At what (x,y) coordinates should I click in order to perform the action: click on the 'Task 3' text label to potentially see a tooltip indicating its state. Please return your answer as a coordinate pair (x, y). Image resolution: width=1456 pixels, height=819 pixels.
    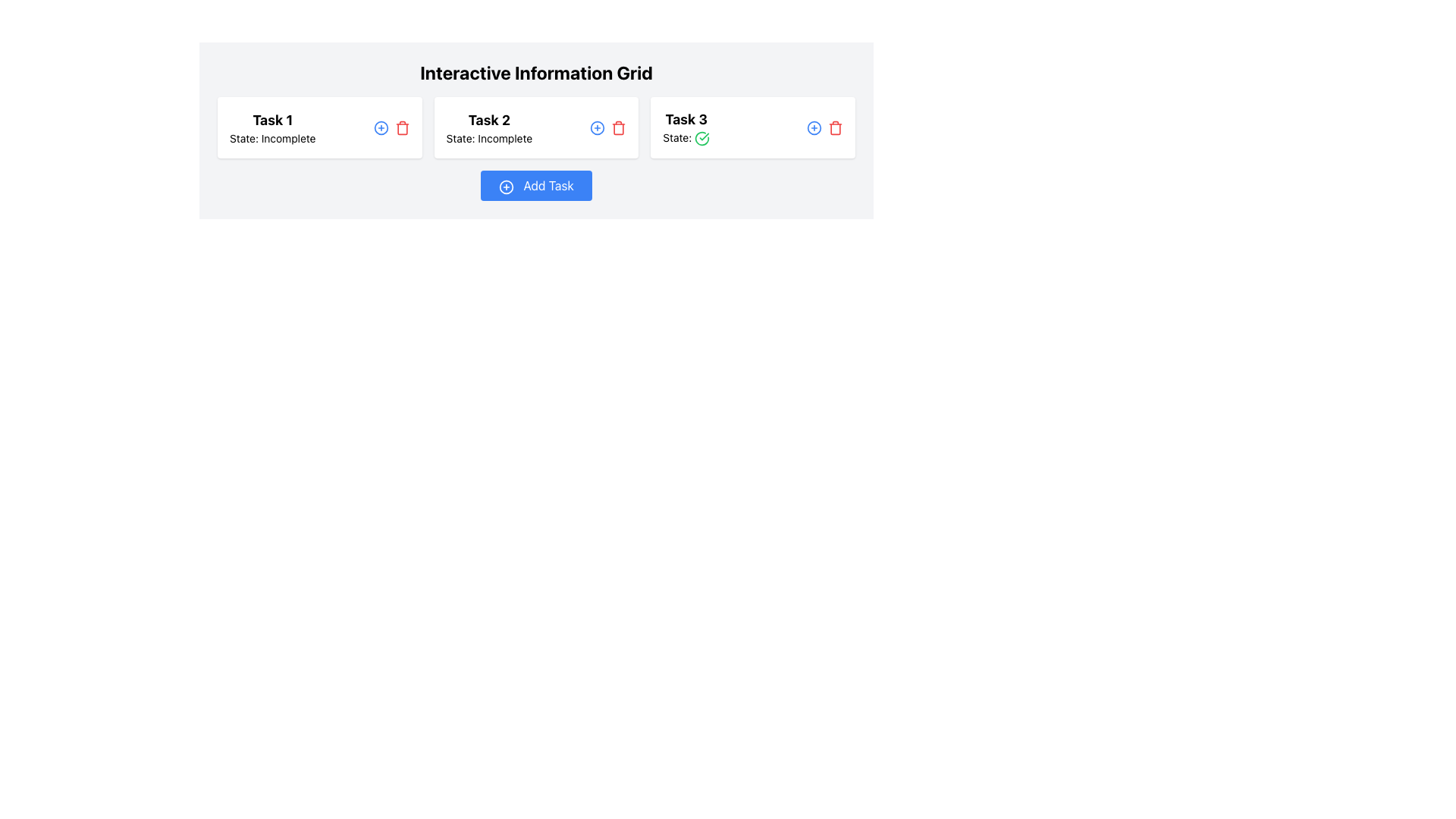
    Looking at the image, I should click on (686, 127).